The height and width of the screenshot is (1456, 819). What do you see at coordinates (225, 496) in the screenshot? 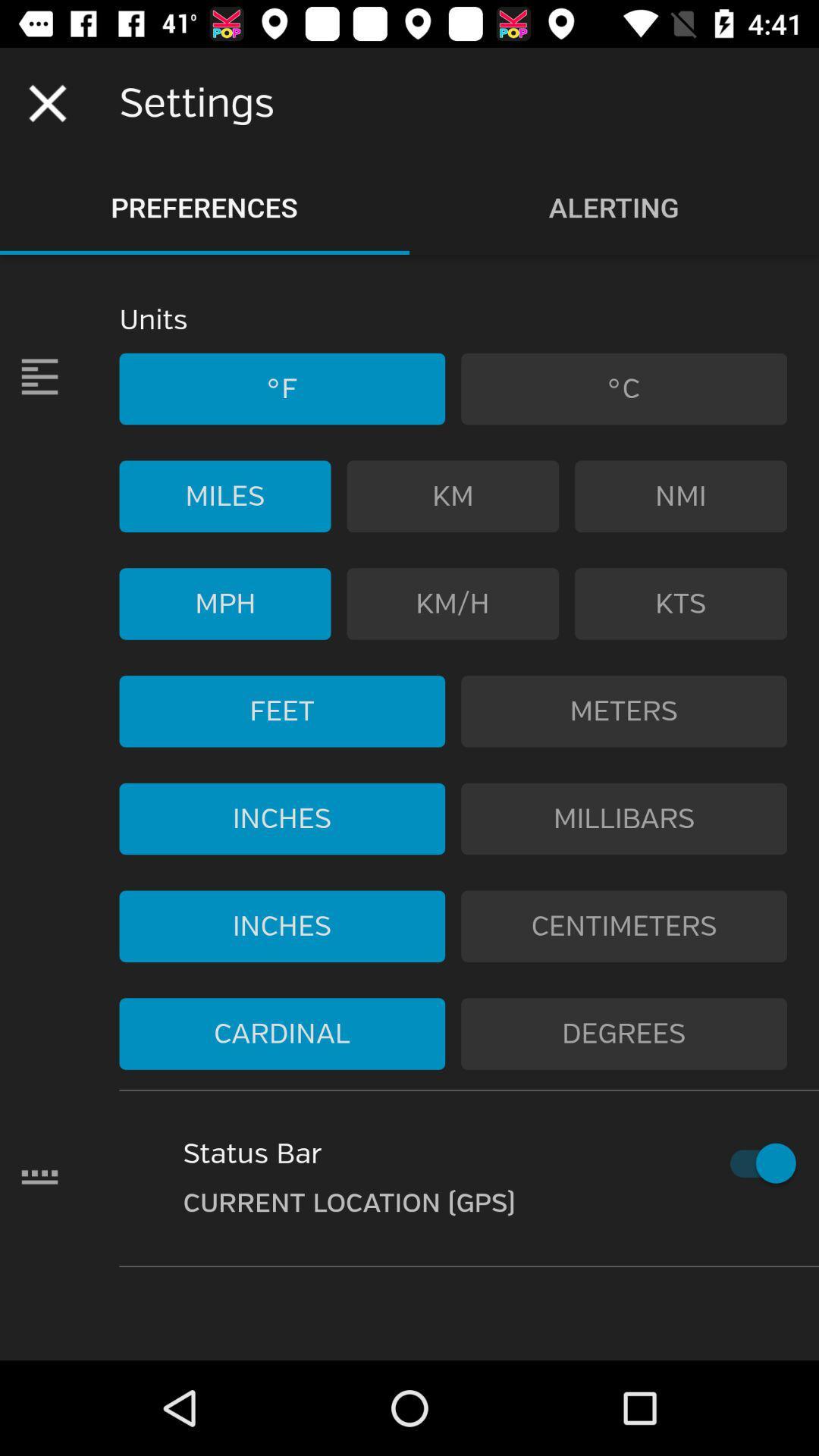
I see `the item to the left of km` at bounding box center [225, 496].